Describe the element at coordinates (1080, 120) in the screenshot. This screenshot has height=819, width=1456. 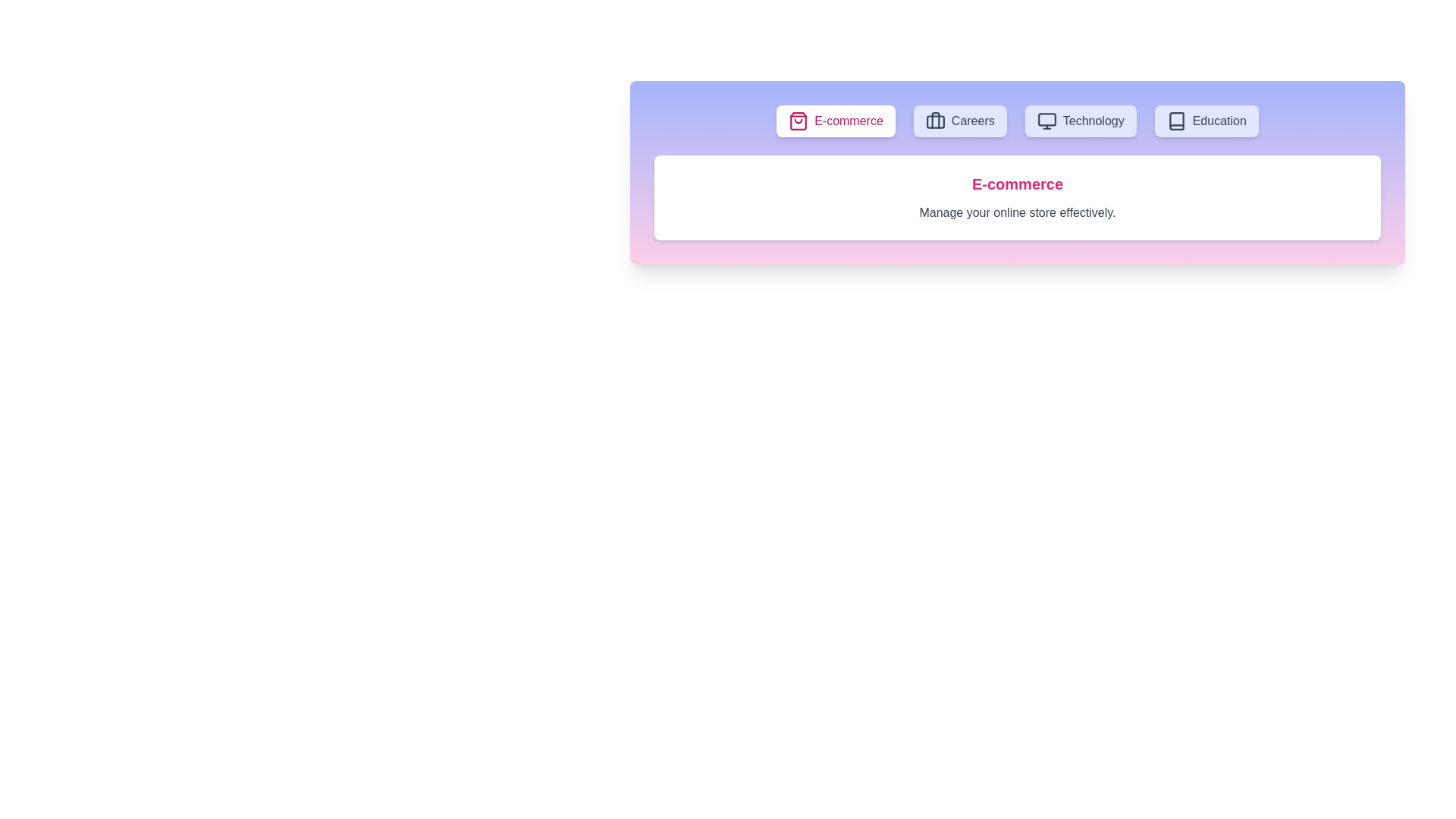
I see `the Technology tab` at that location.